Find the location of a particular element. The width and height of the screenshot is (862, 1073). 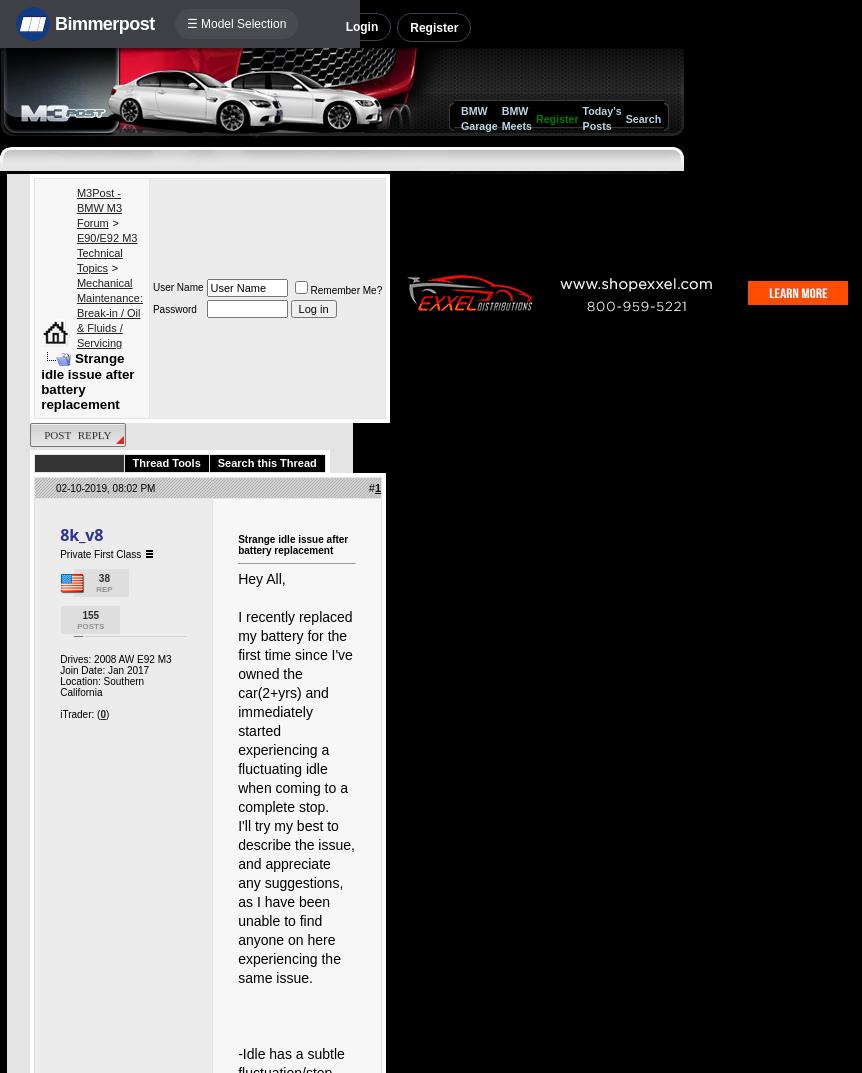

'Password' is located at coordinates (174, 308).